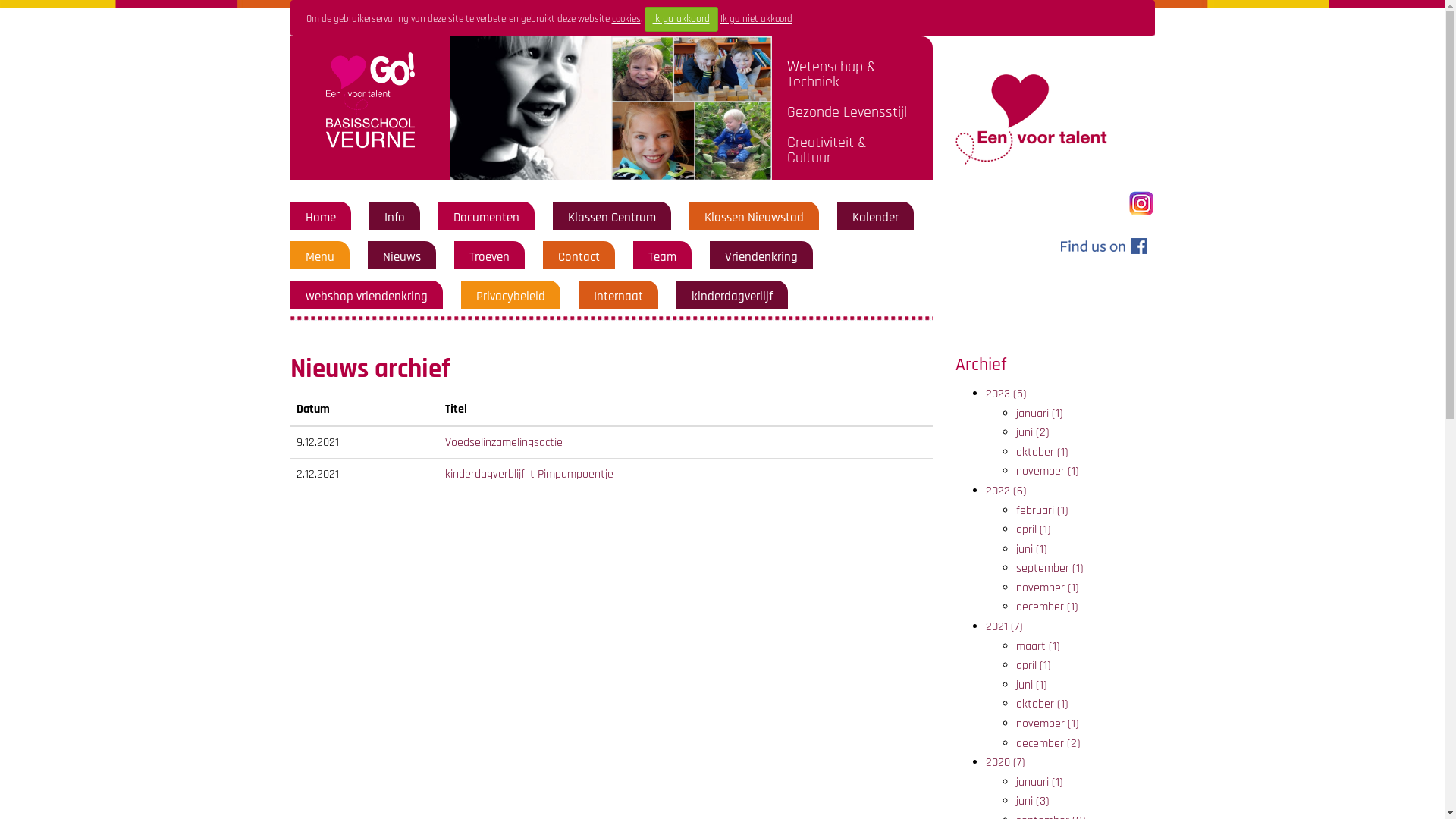  Describe the element at coordinates (1015, 510) in the screenshot. I see `'februari (1)'` at that location.